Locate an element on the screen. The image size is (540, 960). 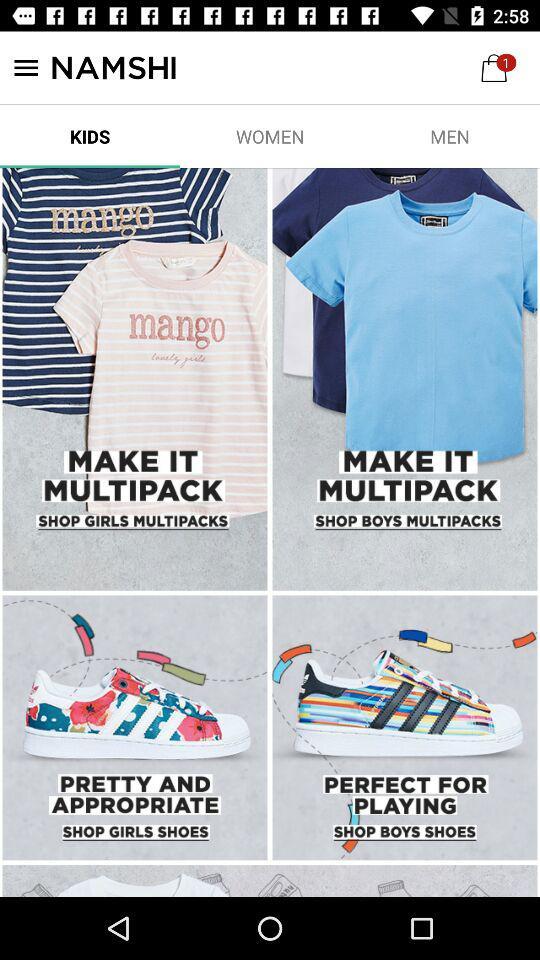
the item next to men is located at coordinates (270, 135).